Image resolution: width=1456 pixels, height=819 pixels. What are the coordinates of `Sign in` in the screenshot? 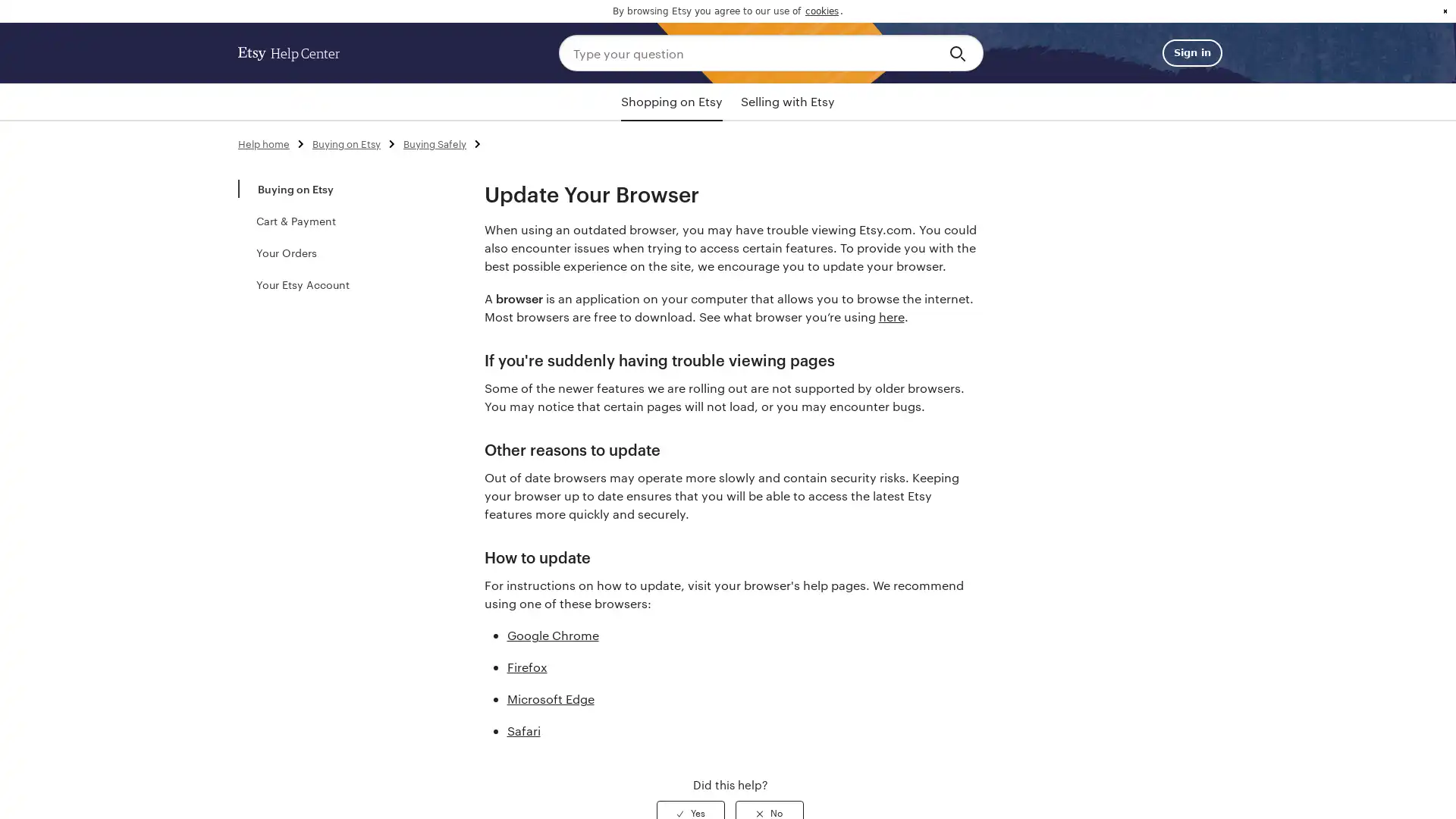 It's located at (1191, 52).